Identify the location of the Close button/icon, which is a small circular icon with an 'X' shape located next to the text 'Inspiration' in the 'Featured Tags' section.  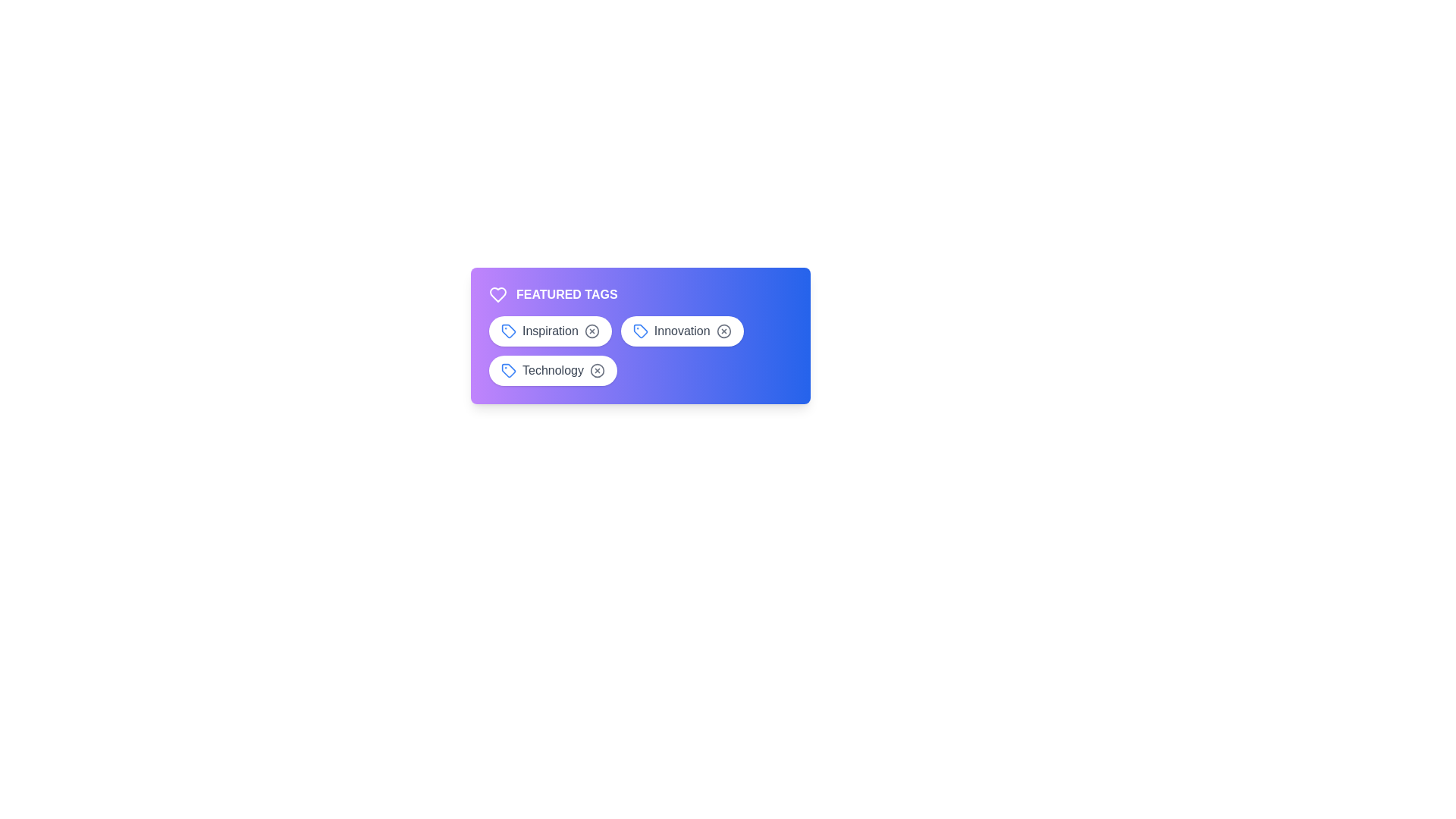
(591, 330).